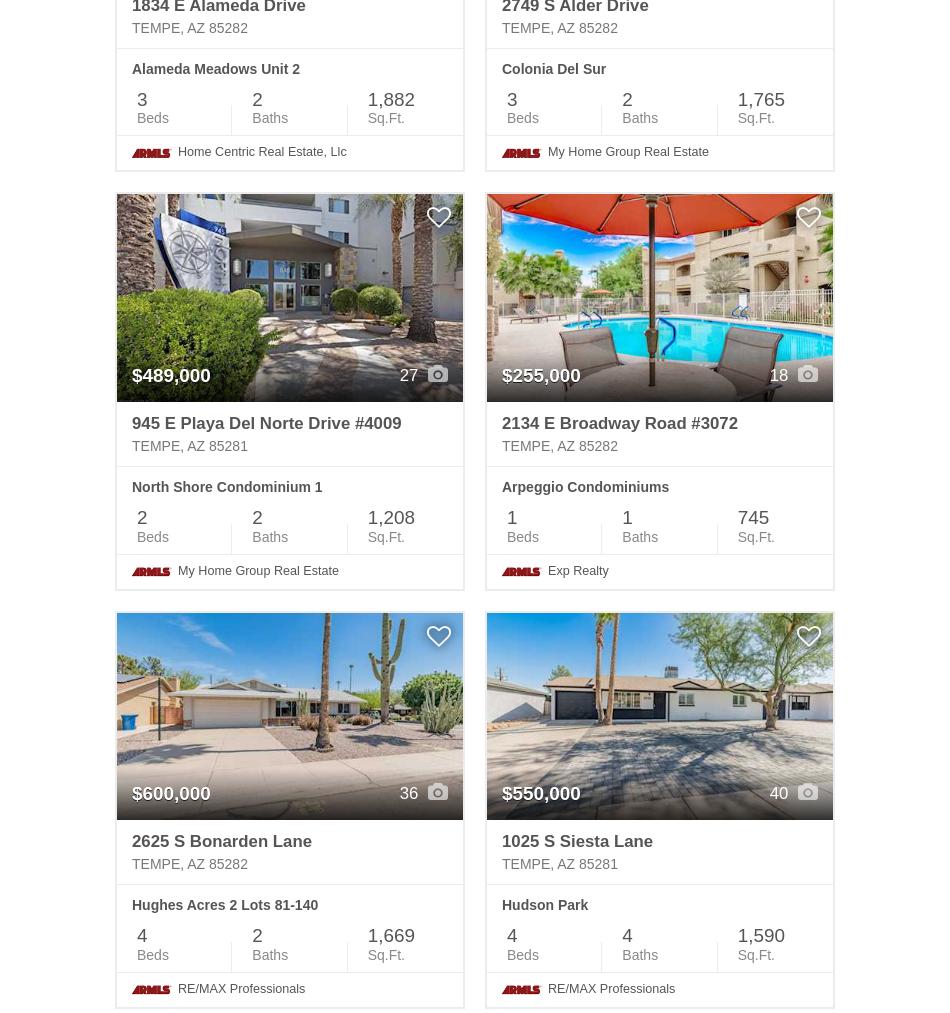 This screenshot has width=950, height=1013. Describe the element at coordinates (171, 793) in the screenshot. I see `'$600,000'` at that location.